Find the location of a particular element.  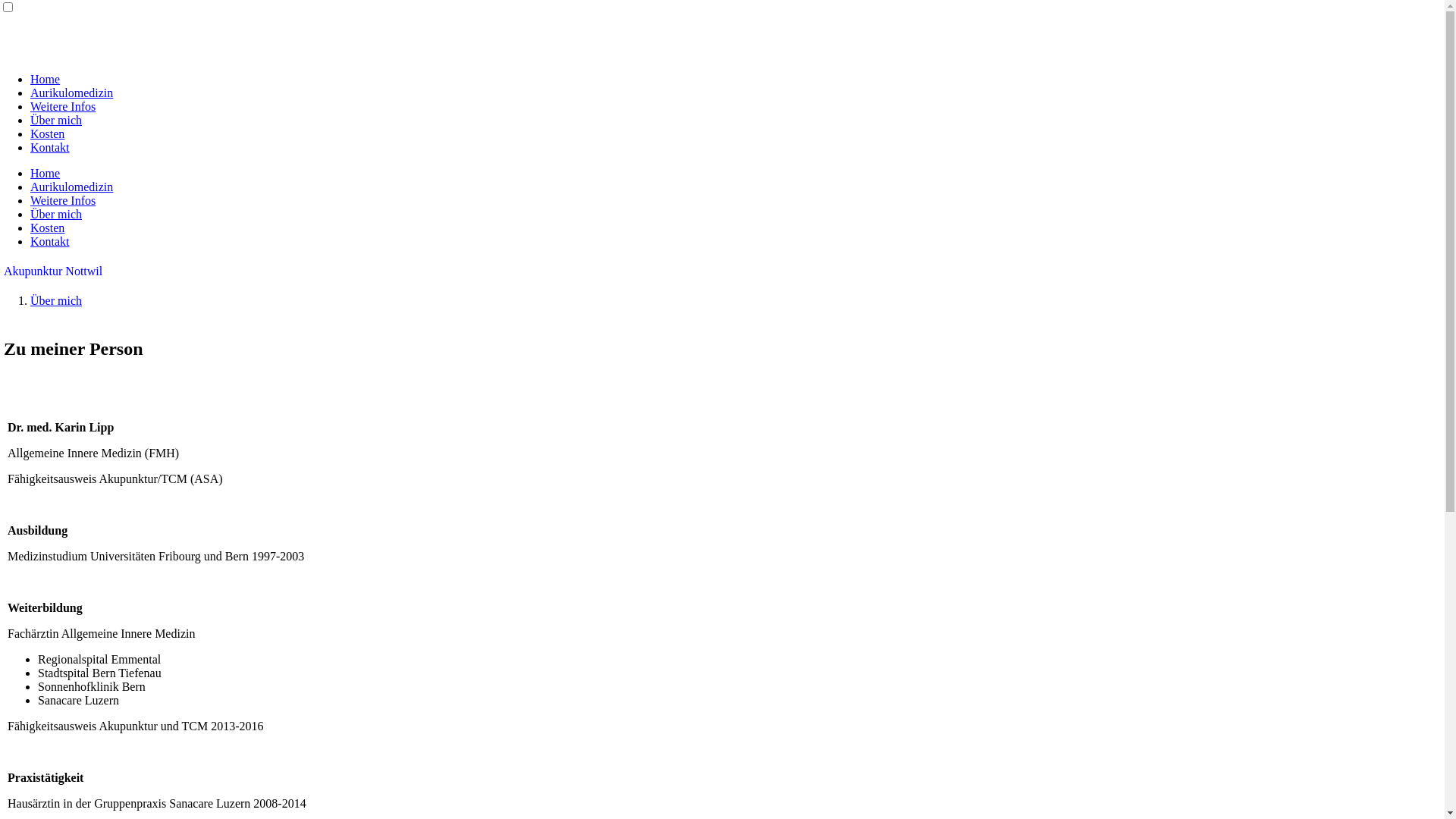

'Kontakt' is located at coordinates (50, 240).